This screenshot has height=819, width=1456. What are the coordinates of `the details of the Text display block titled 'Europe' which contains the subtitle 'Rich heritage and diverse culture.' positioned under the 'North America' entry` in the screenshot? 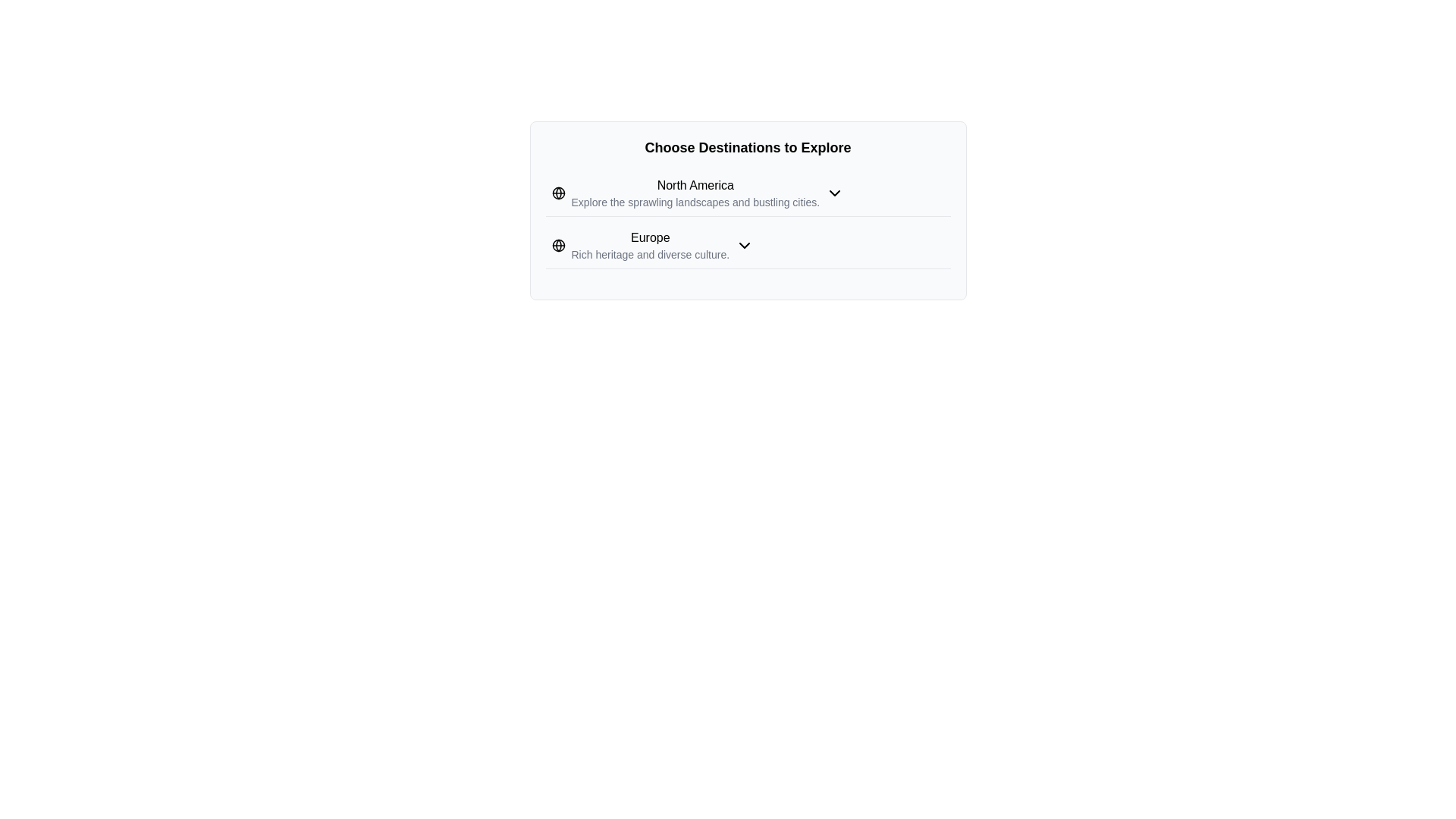 It's located at (650, 245).